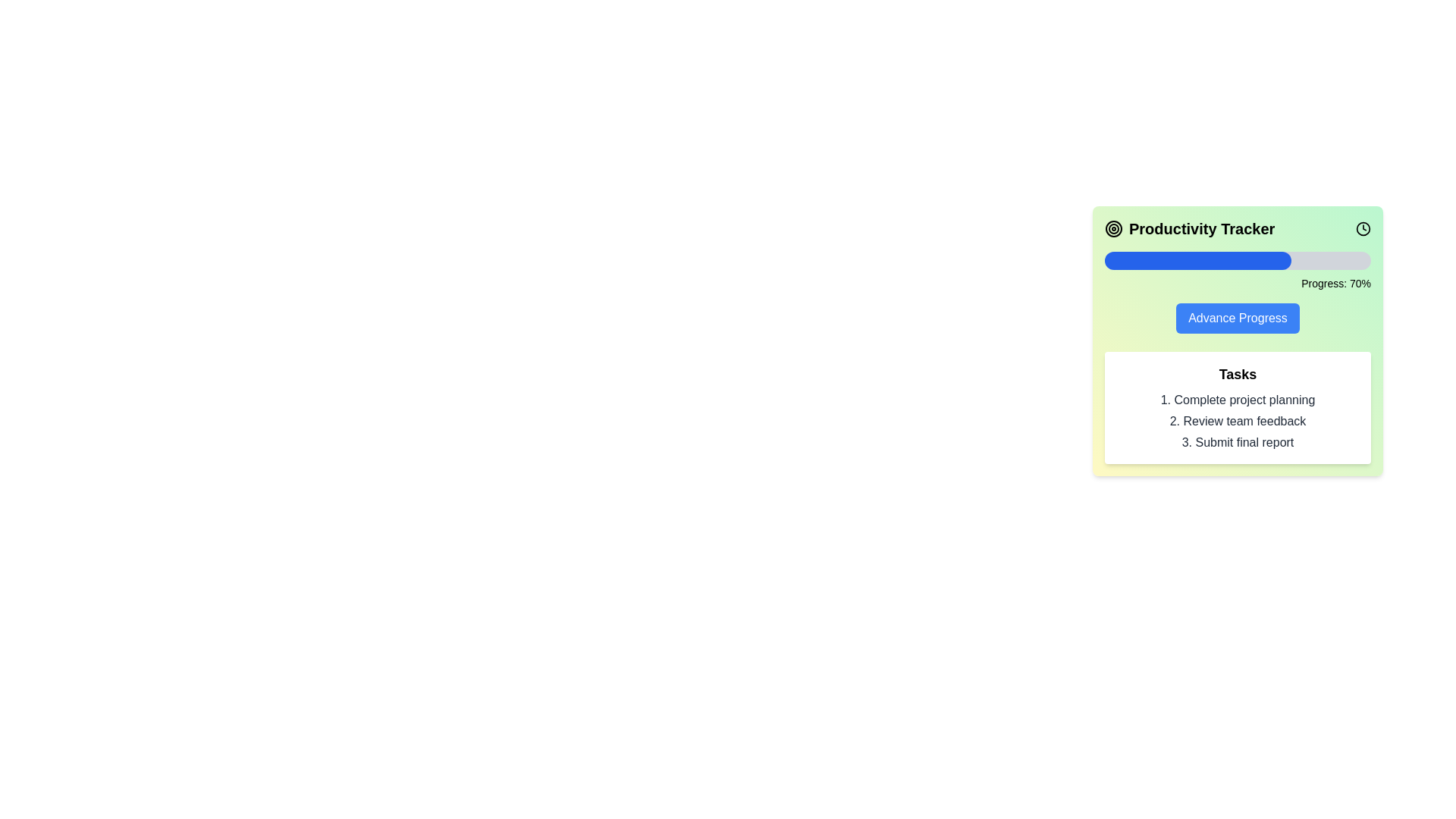 Image resolution: width=1456 pixels, height=819 pixels. I want to click on the second smallest circle within the target icon, which is part of the SVG graphic, located adjacent to the left of the 'Productivity Tracker' text in the upper left part of the card interface, so click(1113, 228).